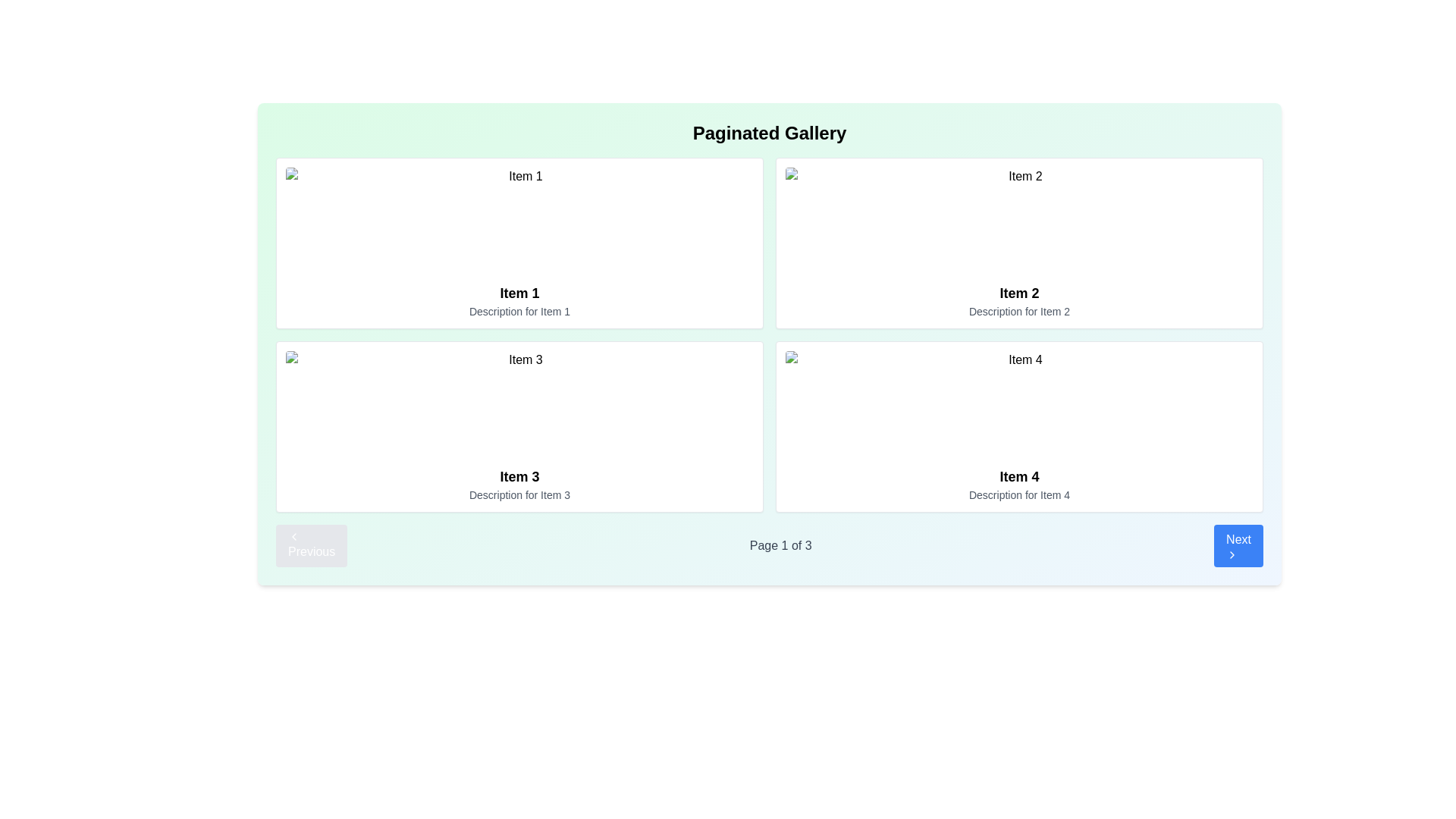 This screenshot has height=819, width=1456. Describe the element at coordinates (1019, 494) in the screenshot. I see `the text field containing the phrase 'Description for Item 4', which is styled in a small gray font and located beneath the bolded title 'Item 4' in the bottom-right quadrant of the card grid` at that location.